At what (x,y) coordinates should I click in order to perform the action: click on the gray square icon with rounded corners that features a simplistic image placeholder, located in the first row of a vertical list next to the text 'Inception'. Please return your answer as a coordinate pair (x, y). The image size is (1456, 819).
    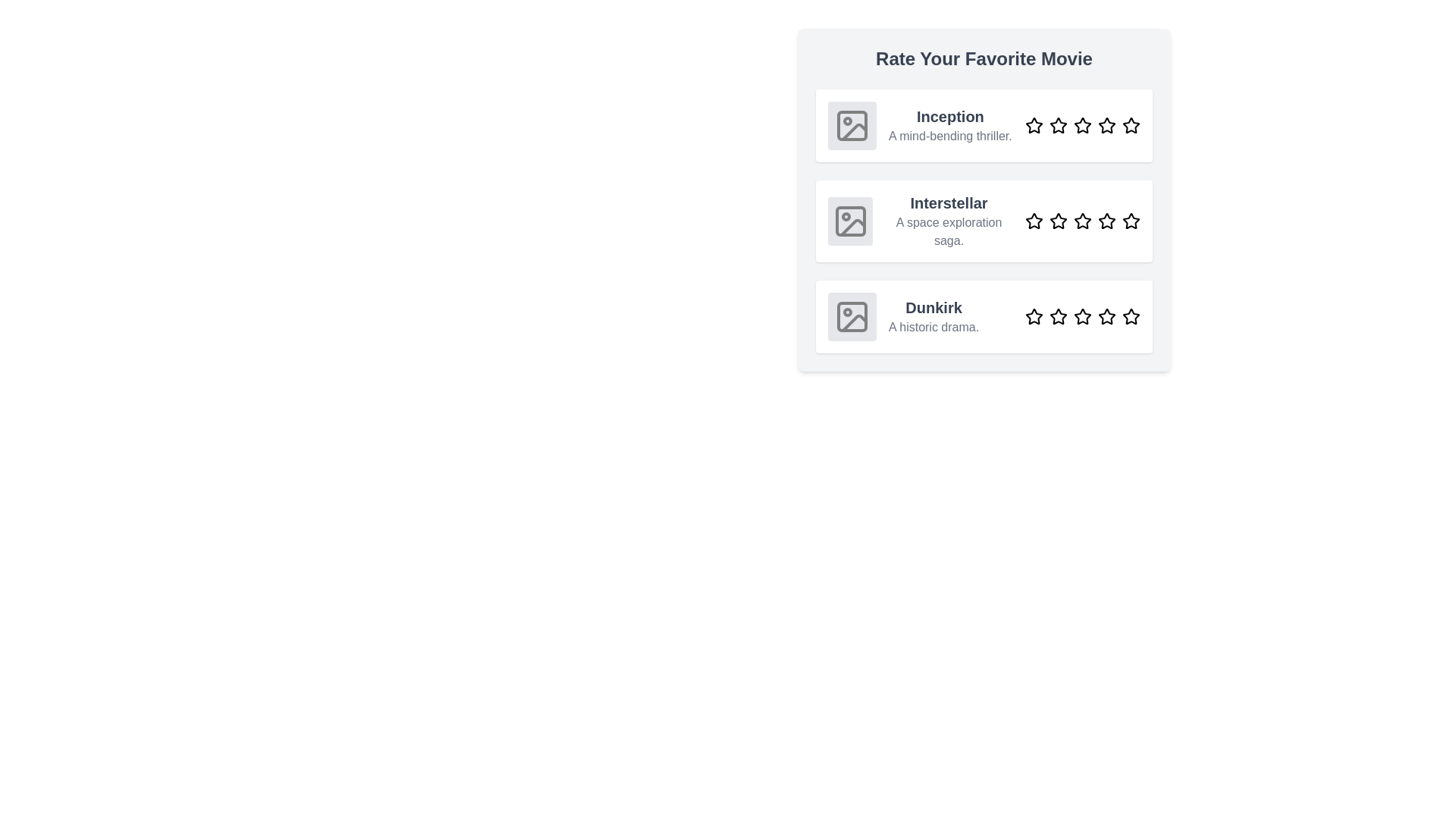
    Looking at the image, I should click on (852, 124).